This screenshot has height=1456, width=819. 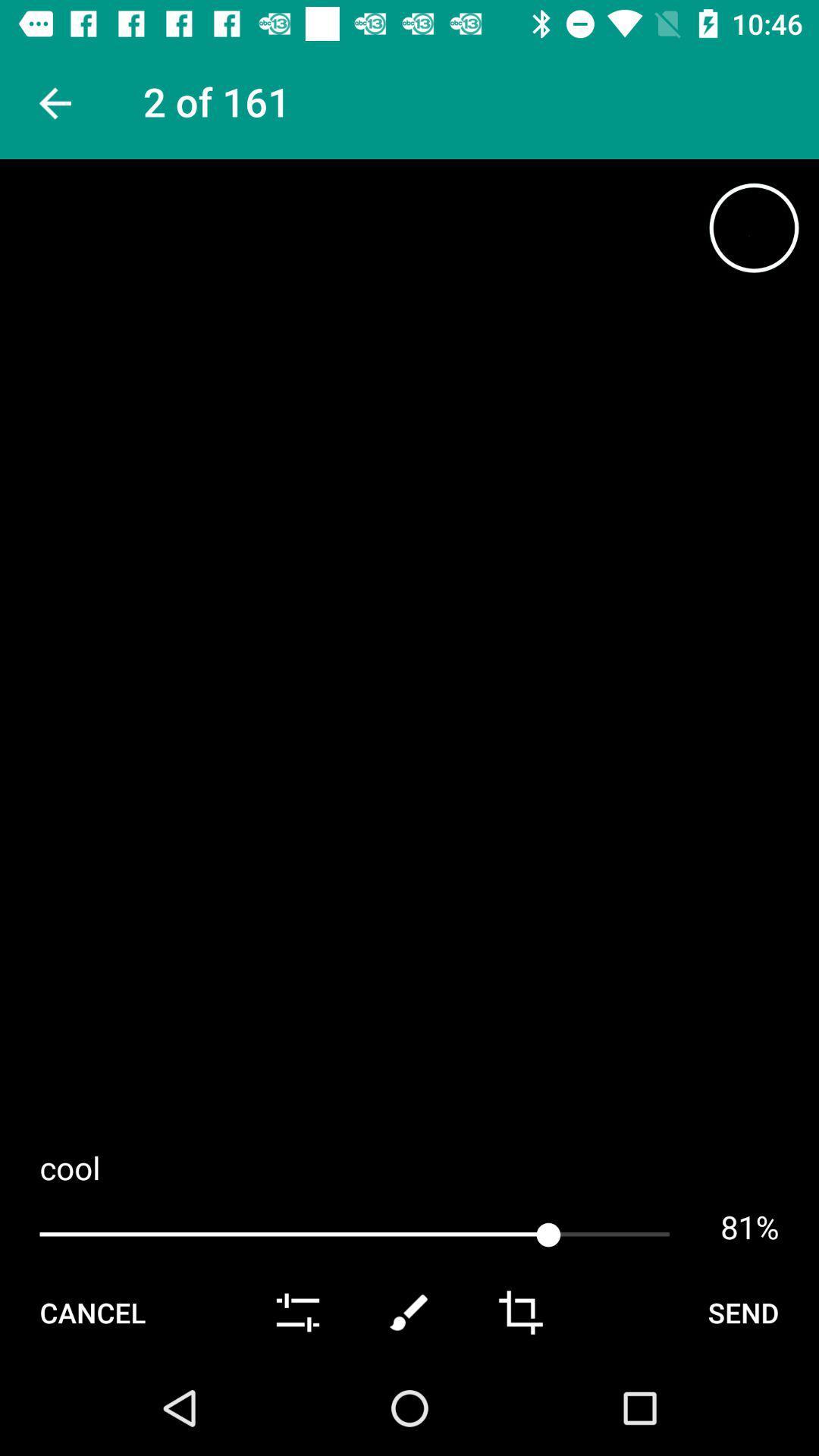 What do you see at coordinates (298, 1312) in the screenshot?
I see `volume control` at bounding box center [298, 1312].